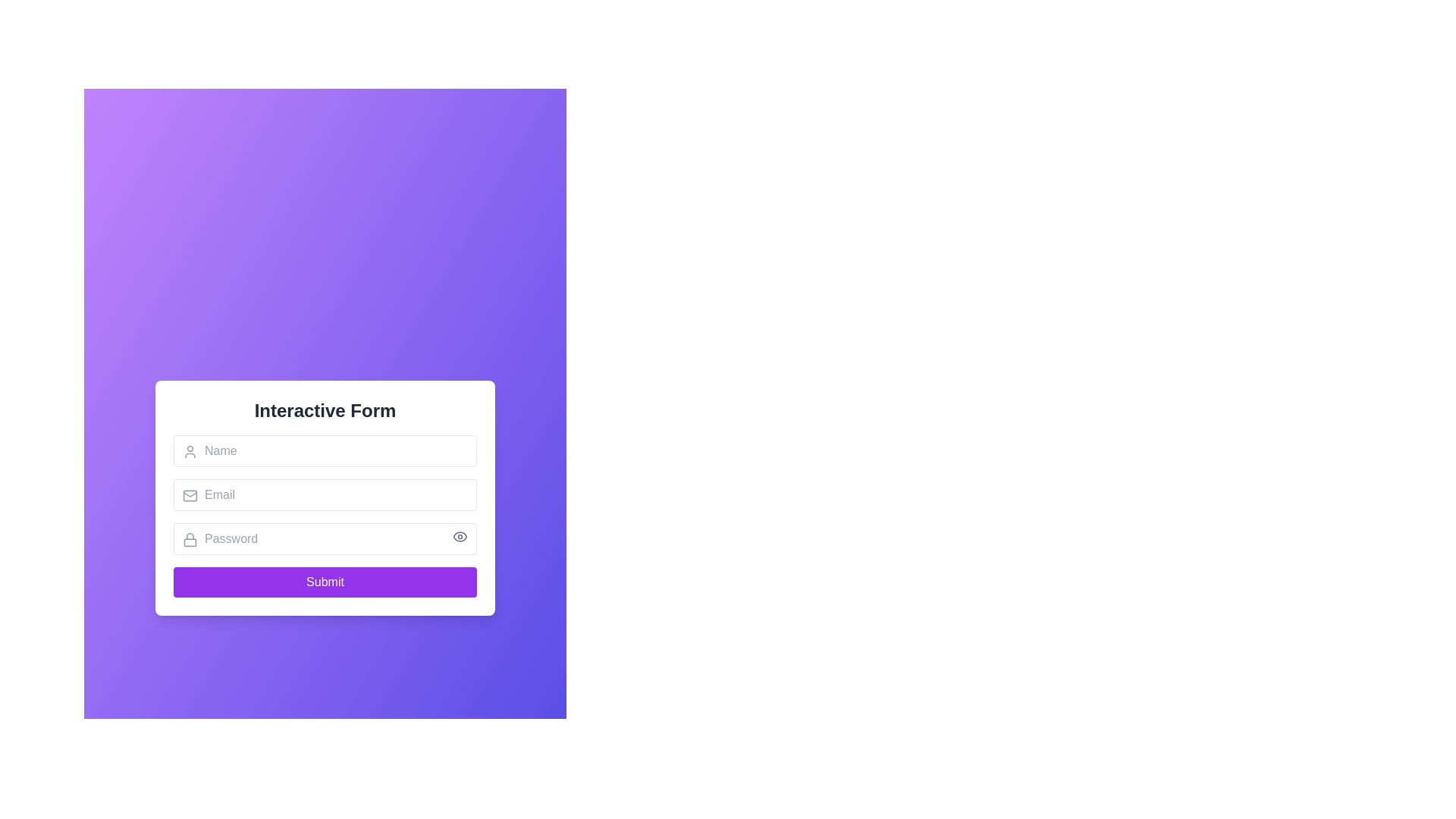 The height and width of the screenshot is (819, 1456). What do you see at coordinates (324, 581) in the screenshot?
I see `the 'Submit' button with a purple background and white text` at bounding box center [324, 581].